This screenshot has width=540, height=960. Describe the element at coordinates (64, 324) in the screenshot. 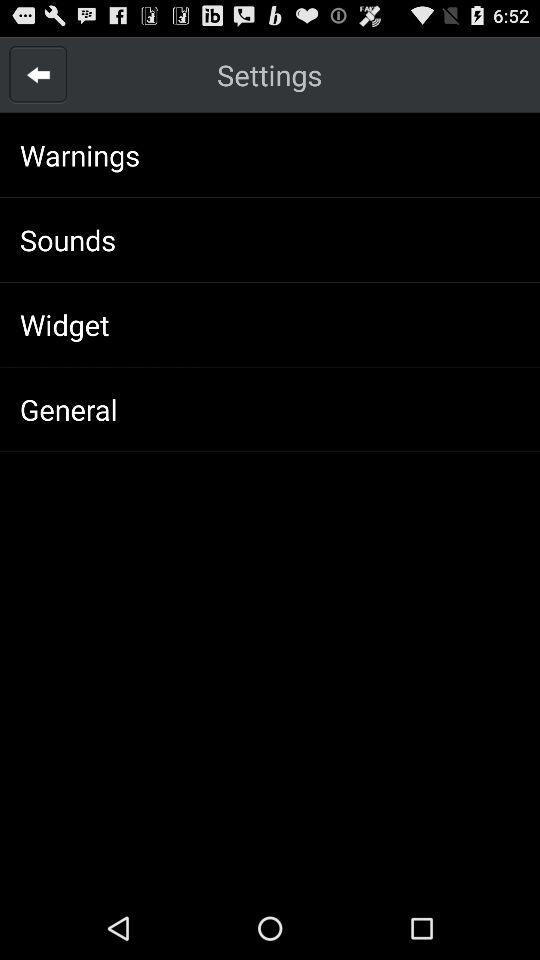

I see `icon above general app` at that location.